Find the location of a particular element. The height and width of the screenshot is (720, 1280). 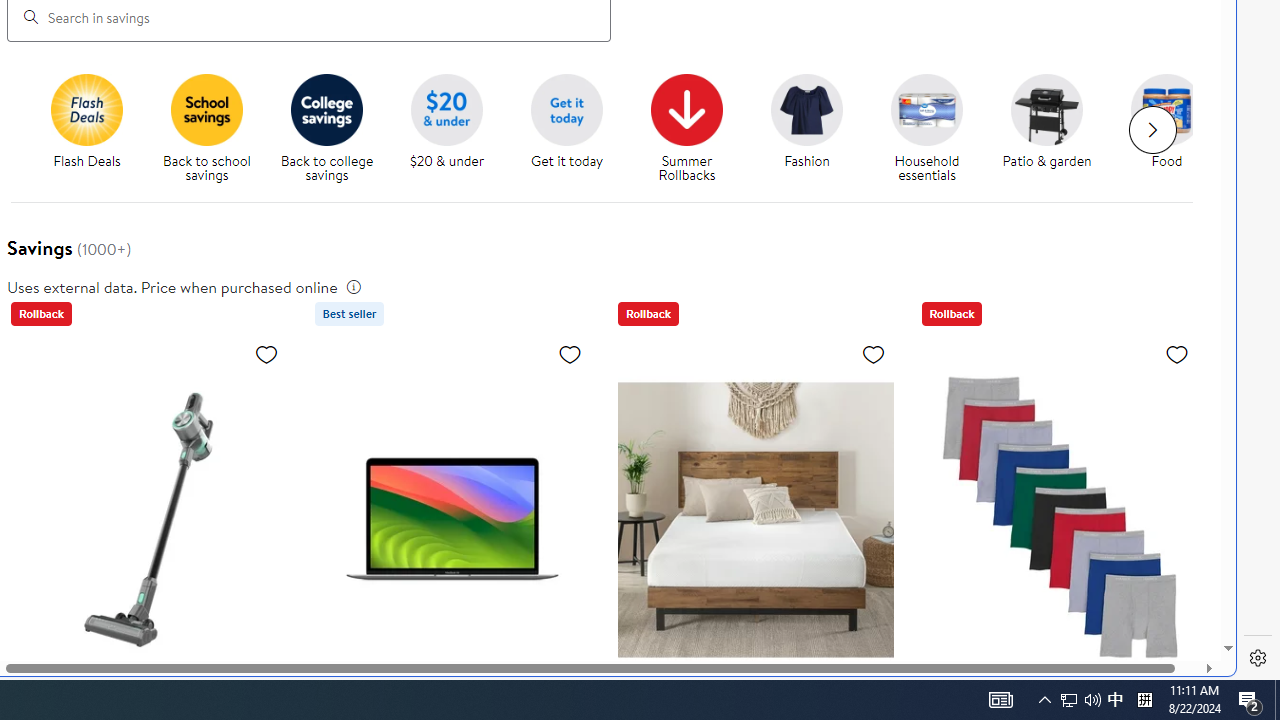

'legal information' is located at coordinates (353, 286).